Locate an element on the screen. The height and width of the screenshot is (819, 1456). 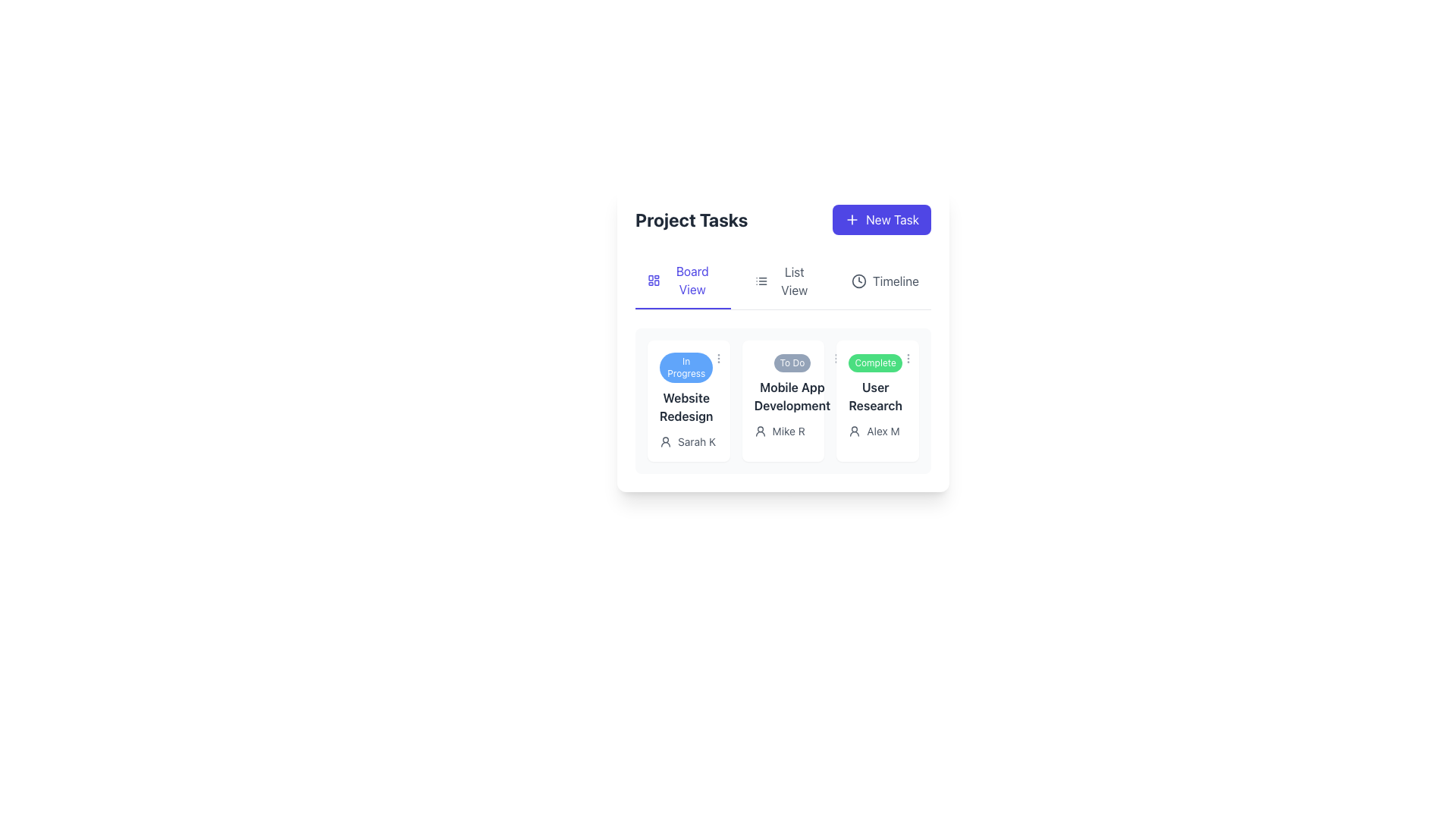
the user icon representing 'Alex M' on the 'User Research' card, located at the leftmost position within the group is located at coordinates (855, 431).